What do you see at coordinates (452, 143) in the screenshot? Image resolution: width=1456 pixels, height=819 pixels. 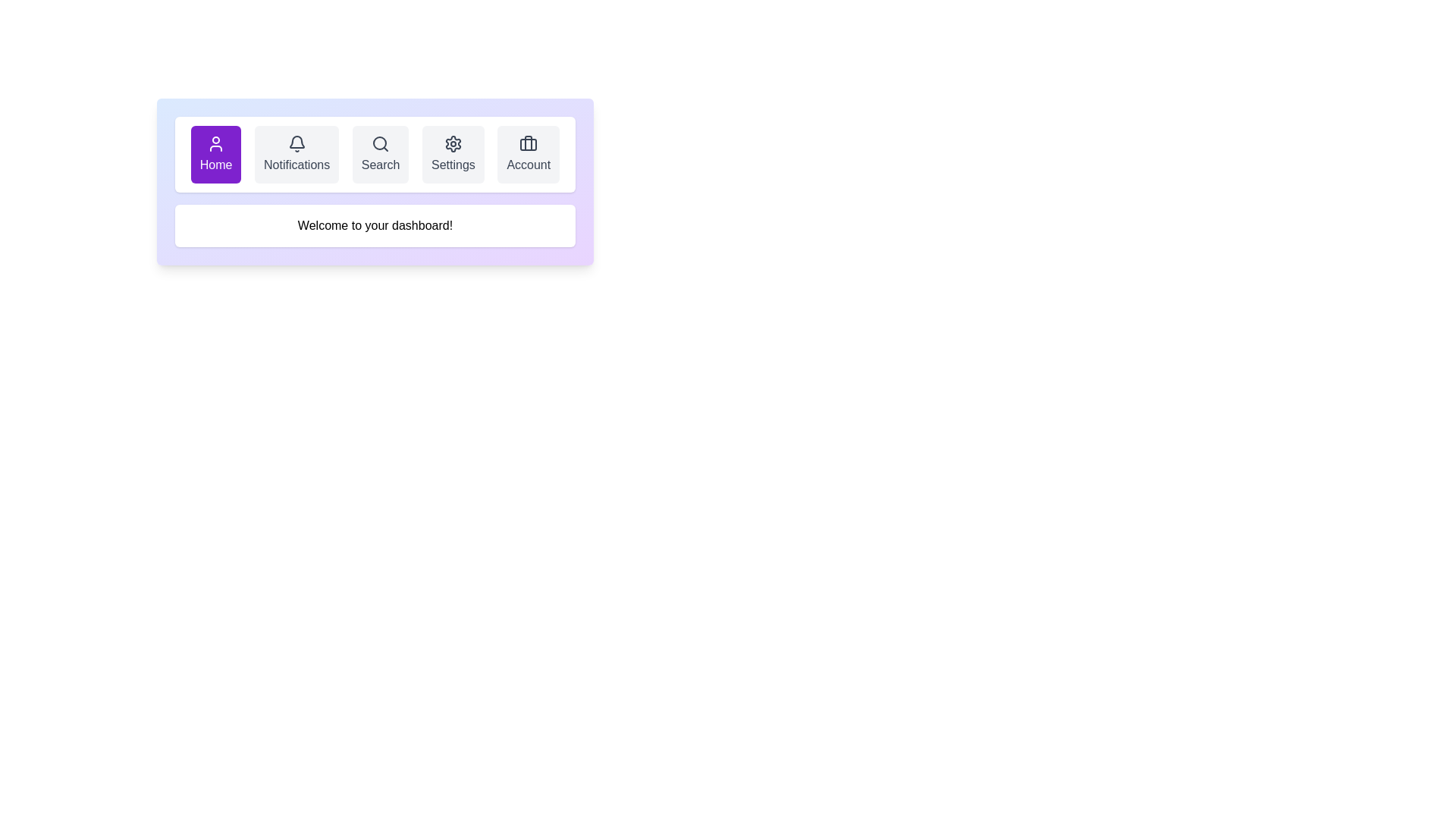 I see `the gear icon in the 'Settings' menu` at bounding box center [452, 143].